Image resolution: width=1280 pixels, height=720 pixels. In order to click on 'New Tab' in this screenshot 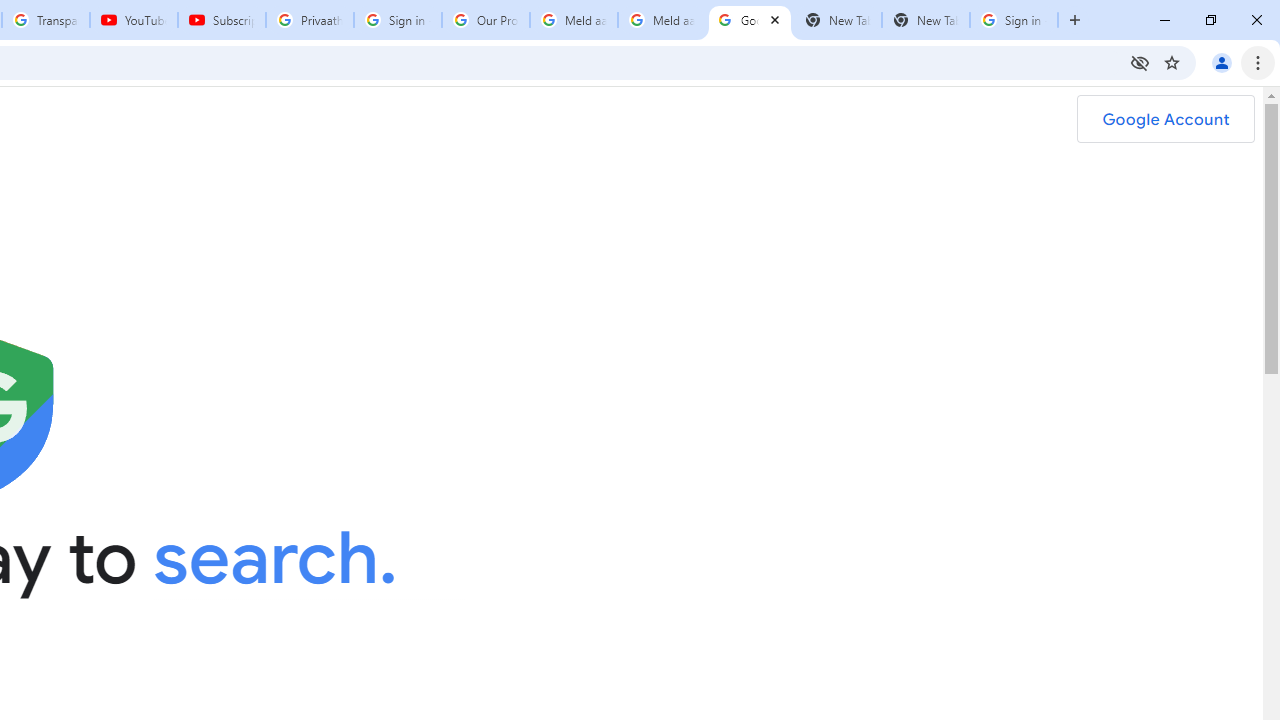, I will do `click(925, 20)`.